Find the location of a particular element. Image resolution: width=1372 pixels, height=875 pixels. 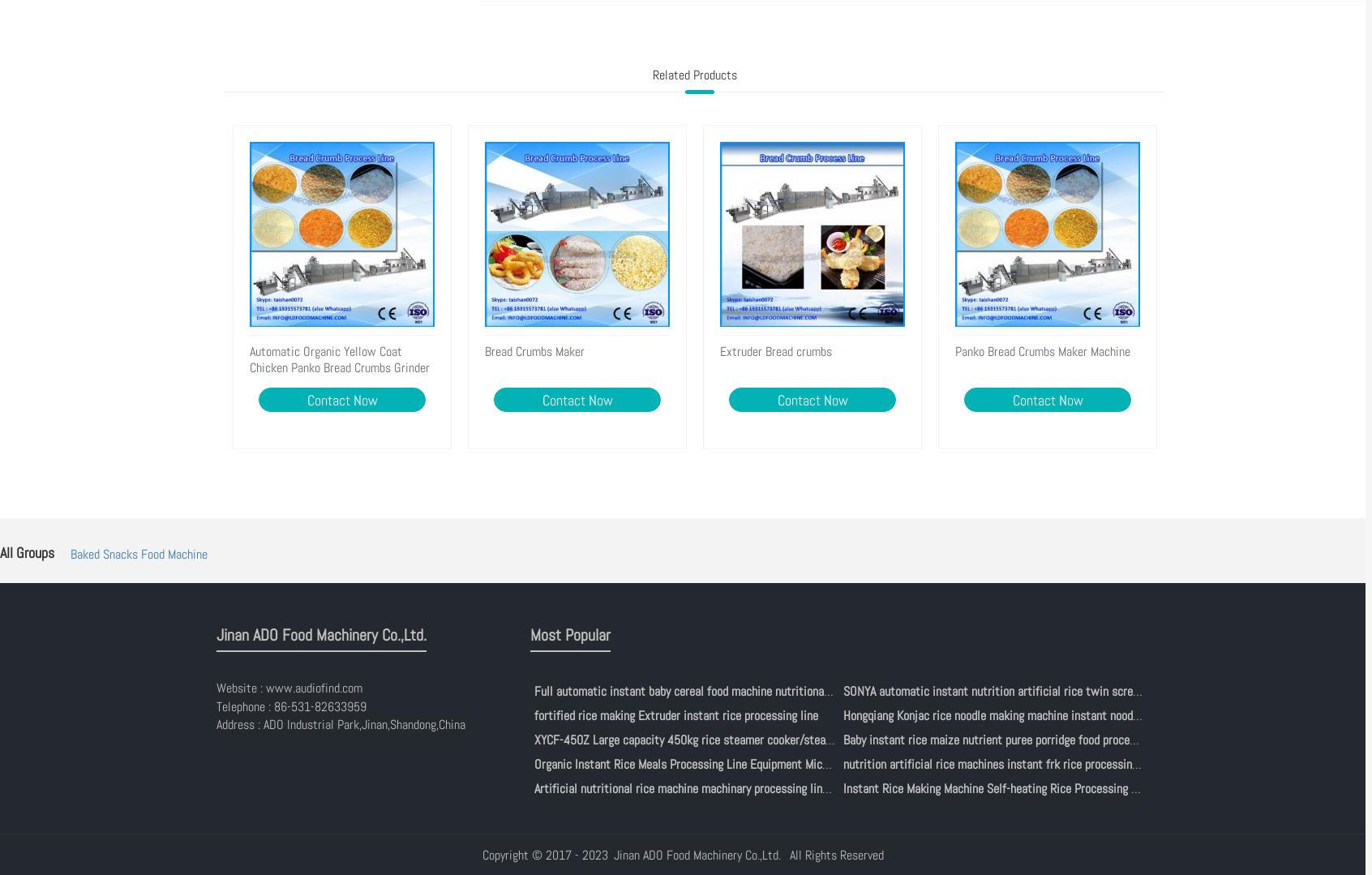

'fortified rice making Extruder instant rice processing line' is located at coordinates (675, 714).